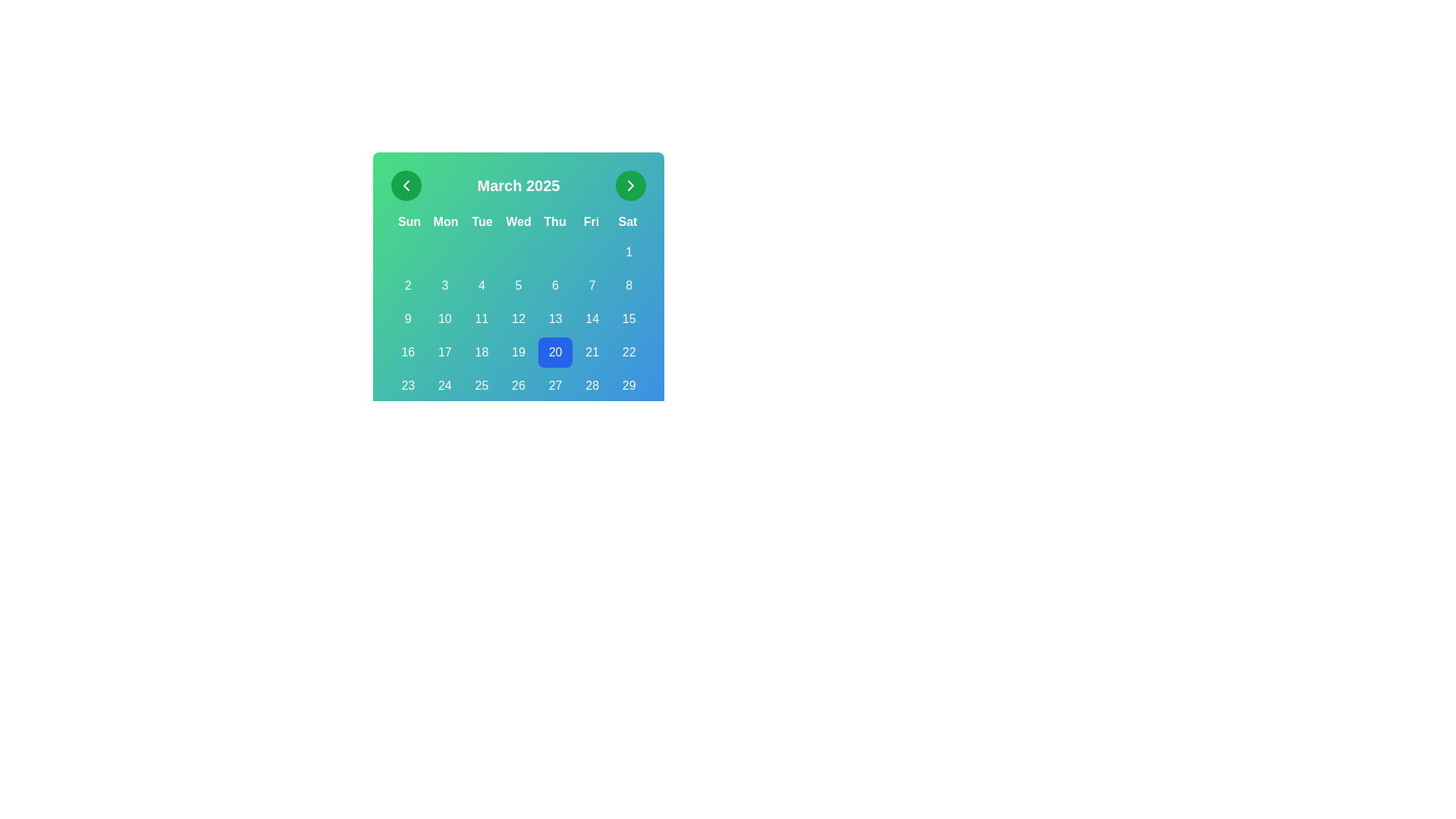 The image size is (1456, 819). I want to click on the button labeled '6' in the second row, sixth column of the calendar grid to activate the hover effect, so click(554, 286).